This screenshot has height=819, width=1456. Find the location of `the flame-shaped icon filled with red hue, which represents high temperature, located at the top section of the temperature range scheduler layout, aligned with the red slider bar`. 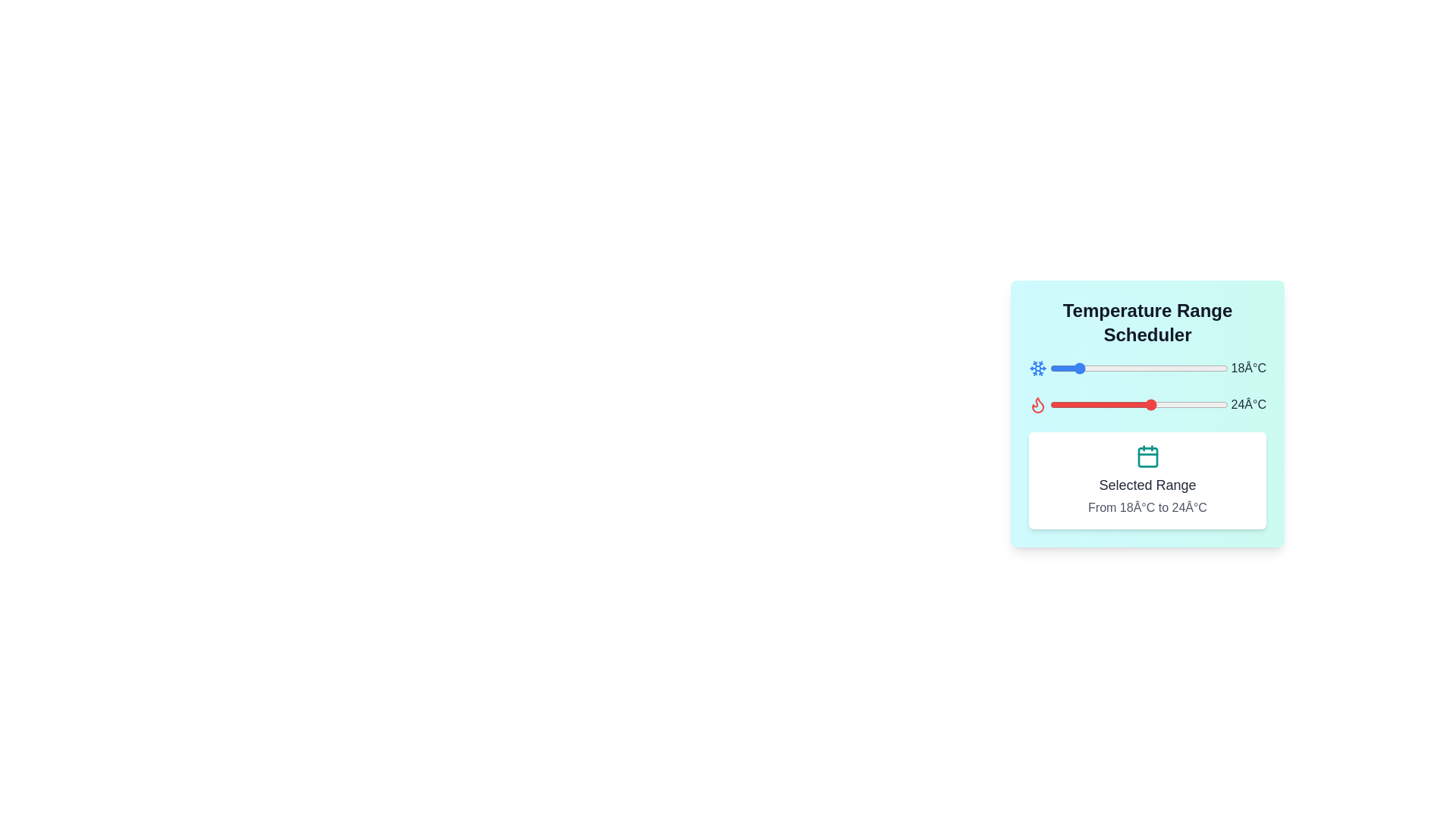

the flame-shaped icon filled with red hue, which represents high temperature, located at the top section of the temperature range scheduler layout, aligned with the red slider bar is located at coordinates (1037, 404).